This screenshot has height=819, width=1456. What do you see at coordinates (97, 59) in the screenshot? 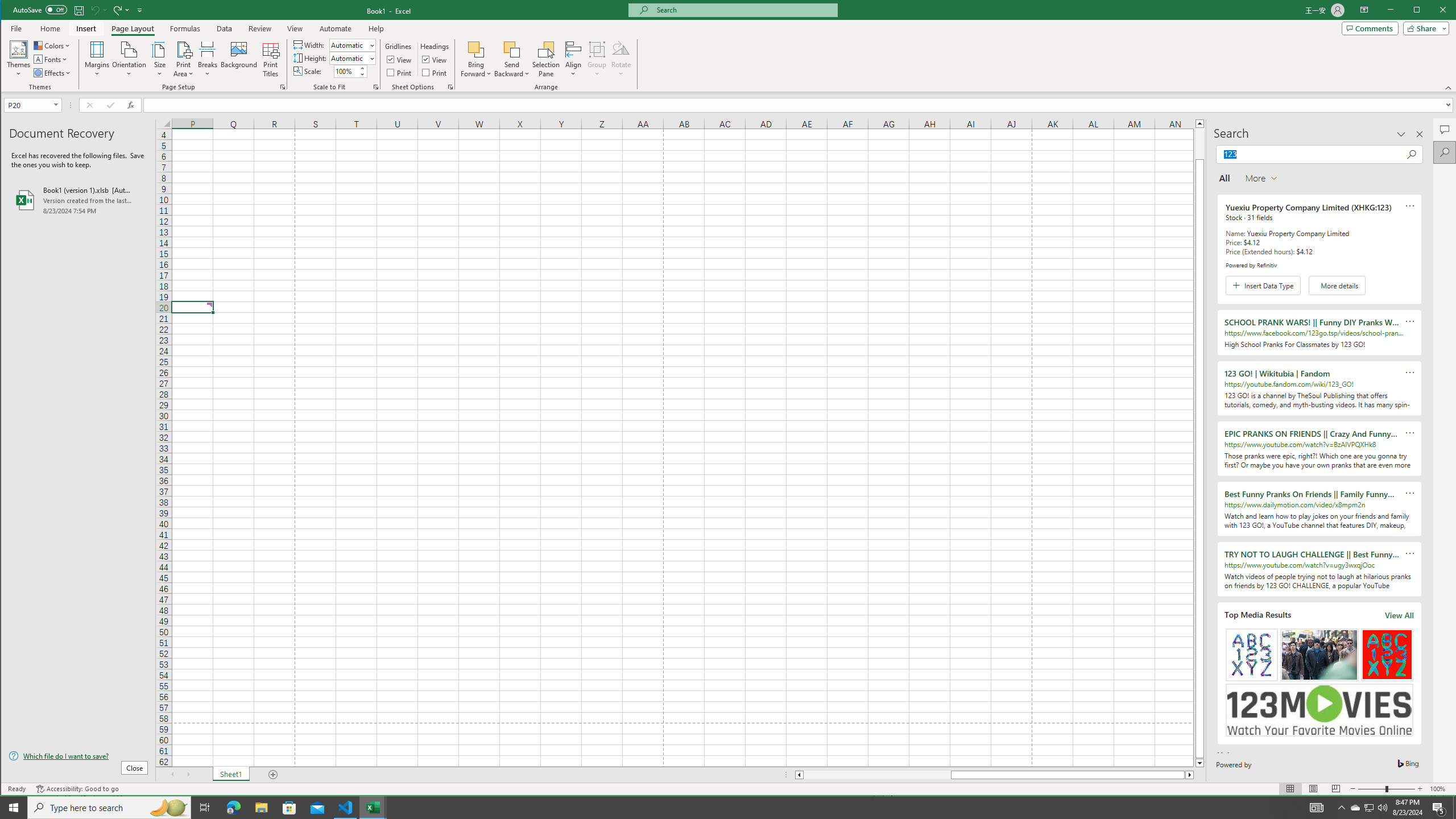
I see `'Margins'` at bounding box center [97, 59].